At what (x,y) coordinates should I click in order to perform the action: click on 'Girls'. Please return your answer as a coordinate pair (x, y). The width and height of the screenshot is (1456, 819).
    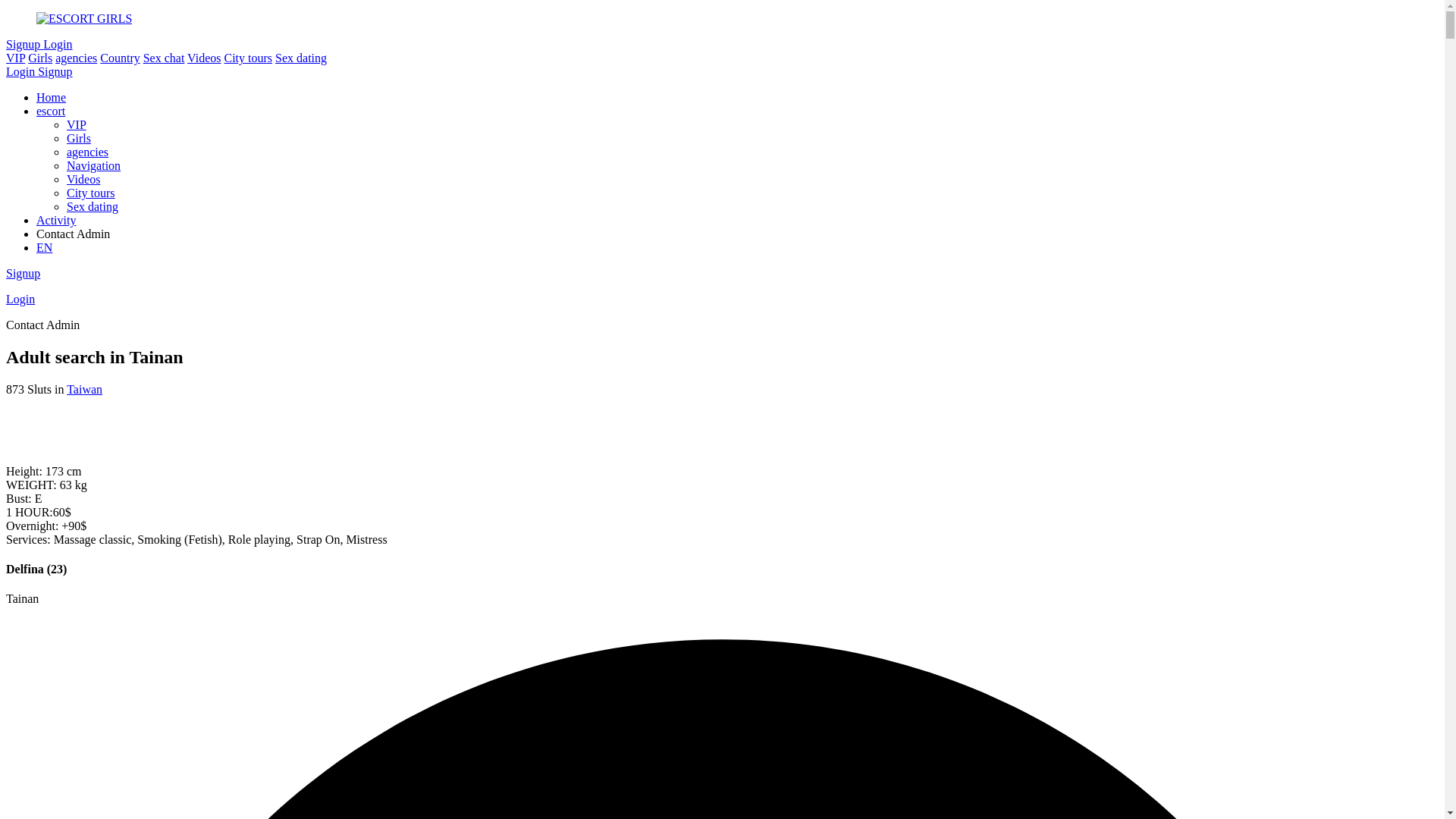
    Looking at the image, I should click on (65, 138).